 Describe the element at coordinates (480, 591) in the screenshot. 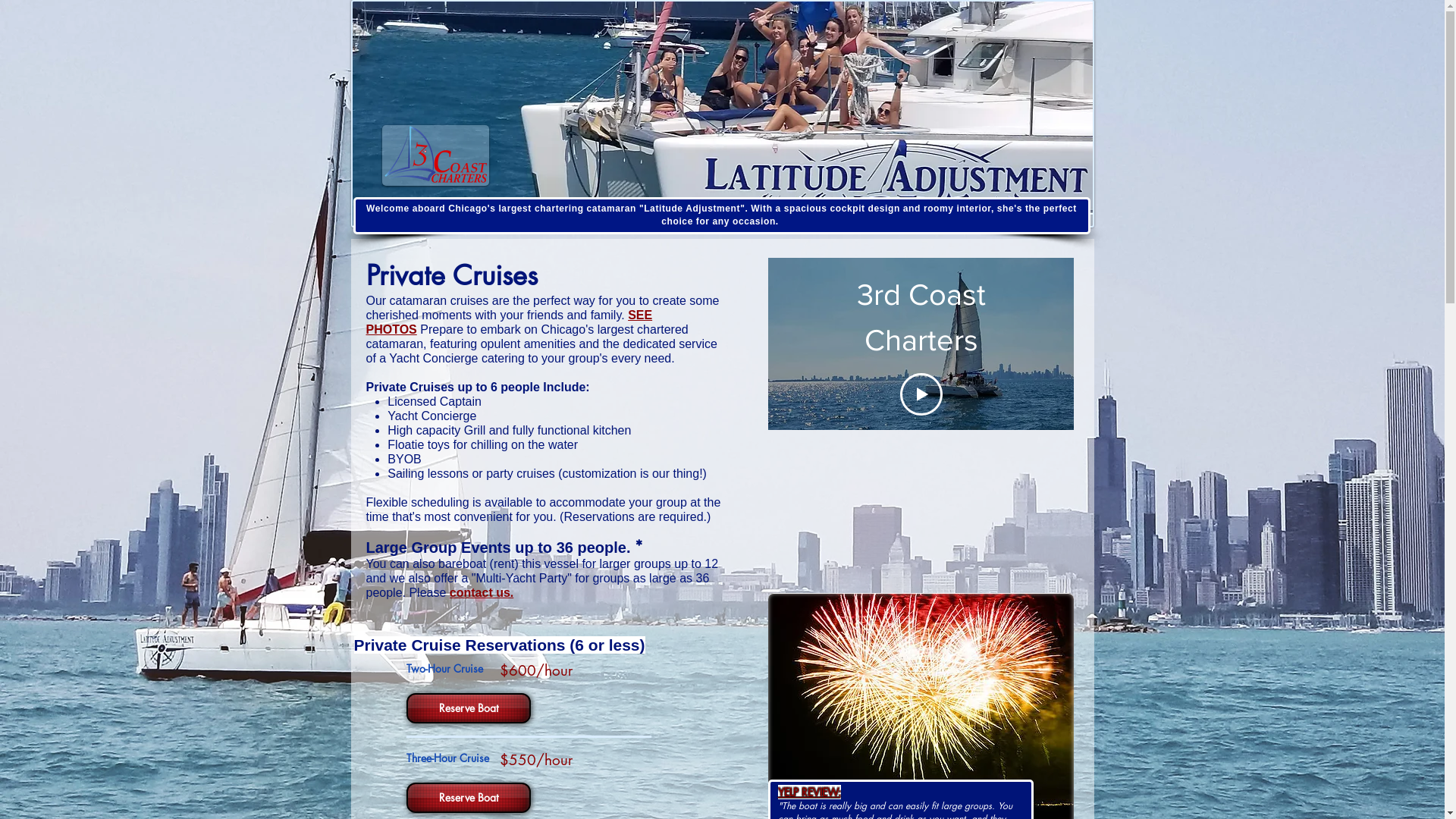

I see `'contact us.'` at that location.